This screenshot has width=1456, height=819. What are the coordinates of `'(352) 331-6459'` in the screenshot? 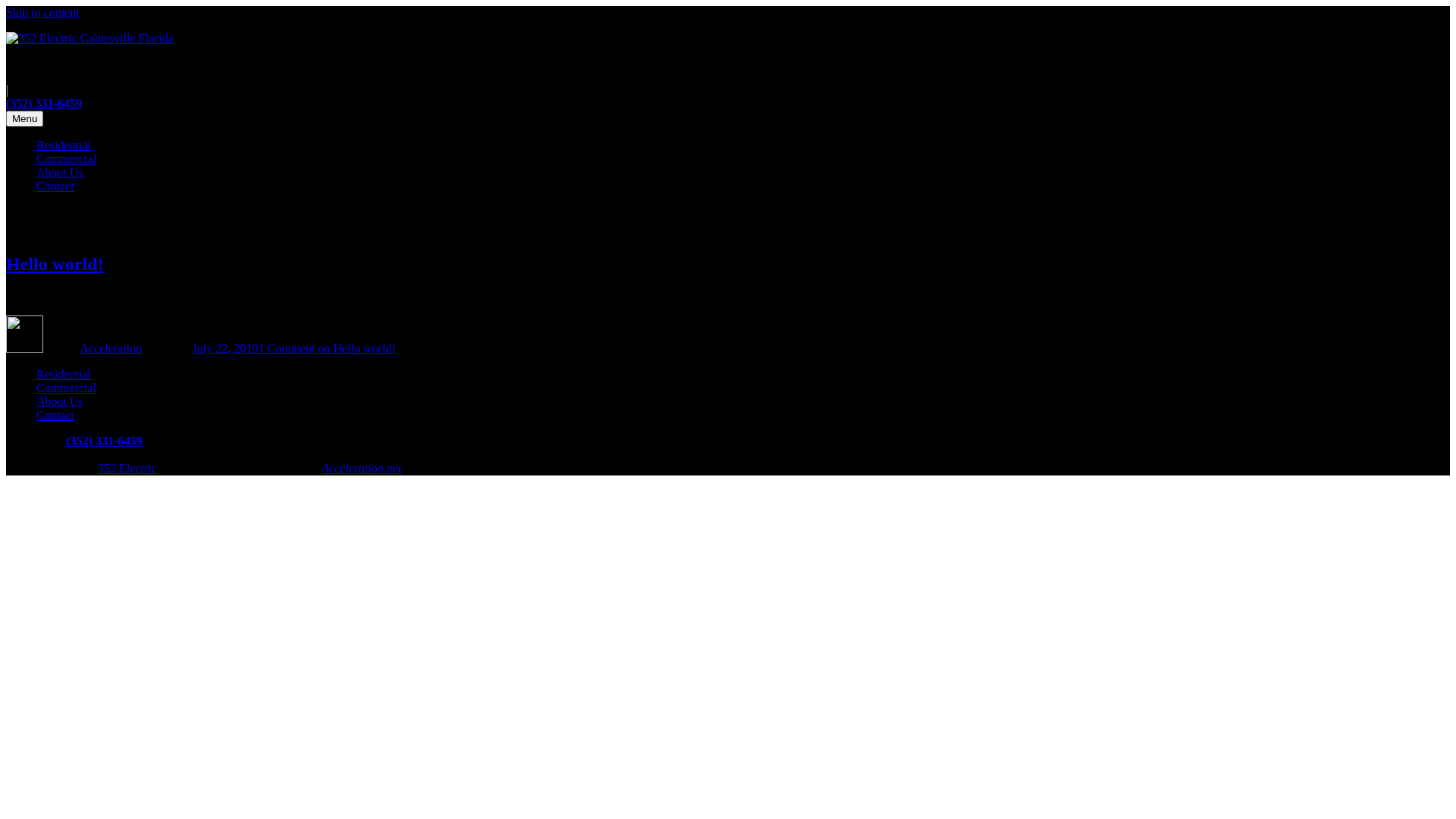 It's located at (64, 441).